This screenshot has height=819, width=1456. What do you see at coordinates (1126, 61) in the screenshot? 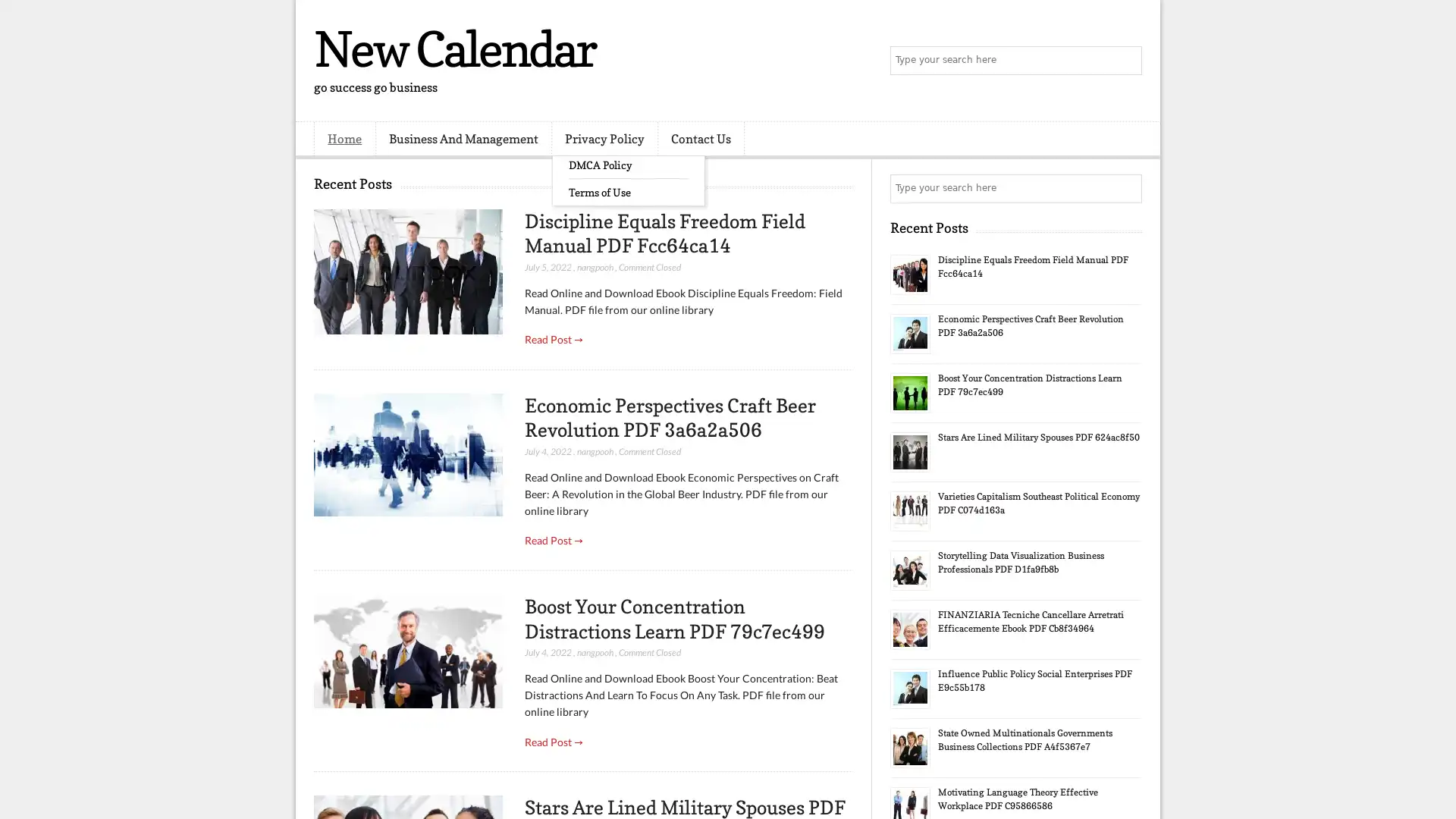
I see `Search` at bounding box center [1126, 61].